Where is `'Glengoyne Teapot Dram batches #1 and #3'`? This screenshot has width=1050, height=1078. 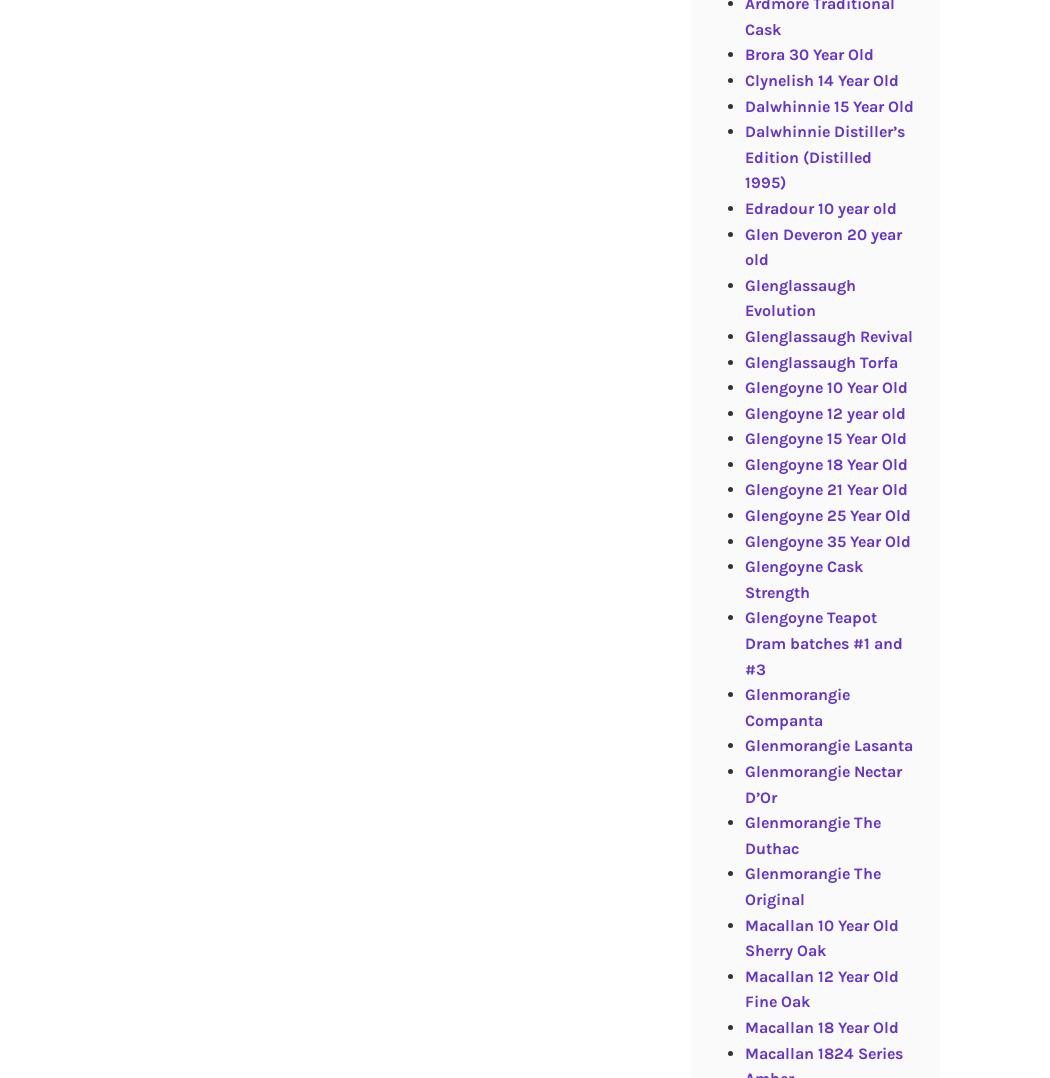
'Glengoyne Teapot Dram batches #1 and #3' is located at coordinates (821, 642).